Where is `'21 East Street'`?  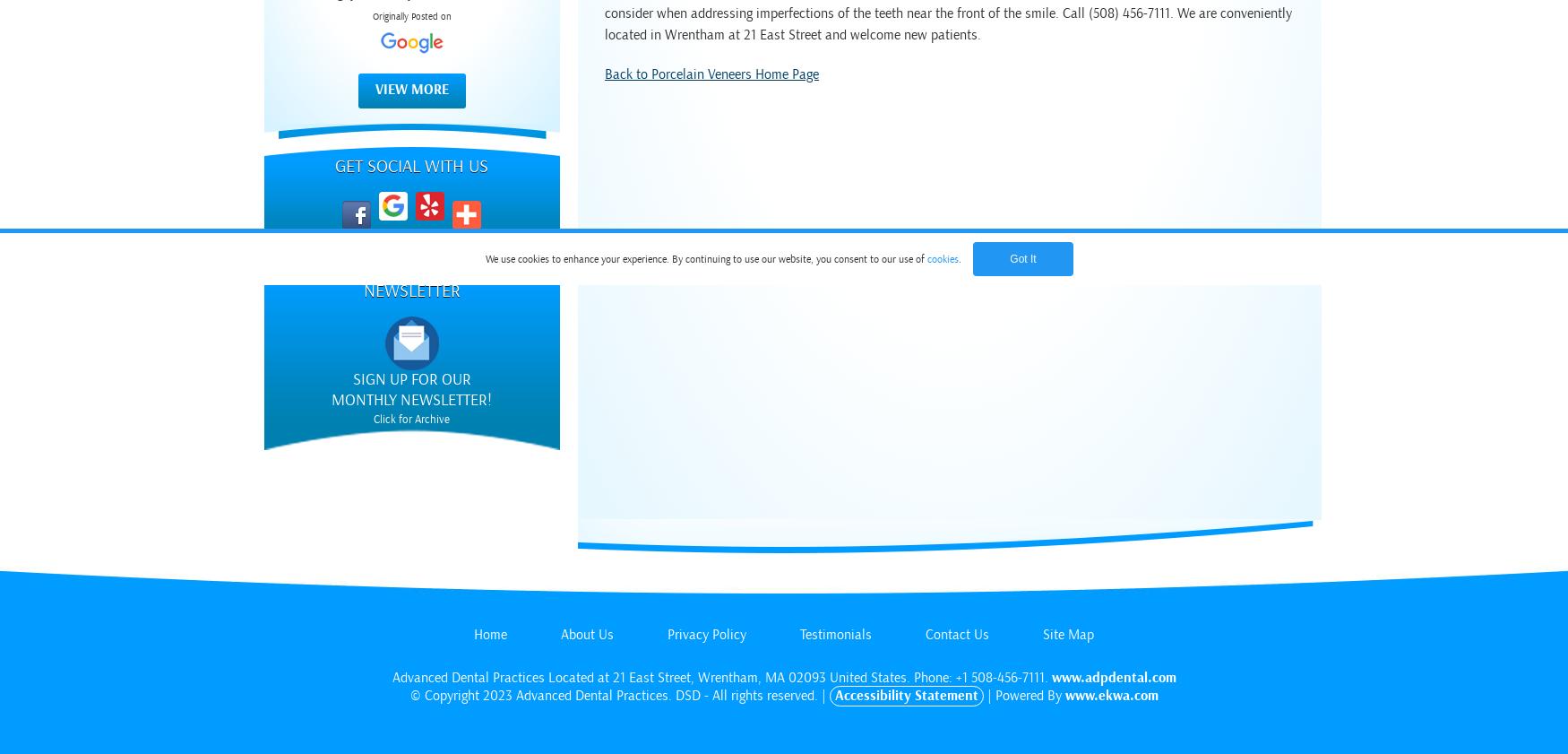
'21 East Street' is located at coordinates (650, 677).